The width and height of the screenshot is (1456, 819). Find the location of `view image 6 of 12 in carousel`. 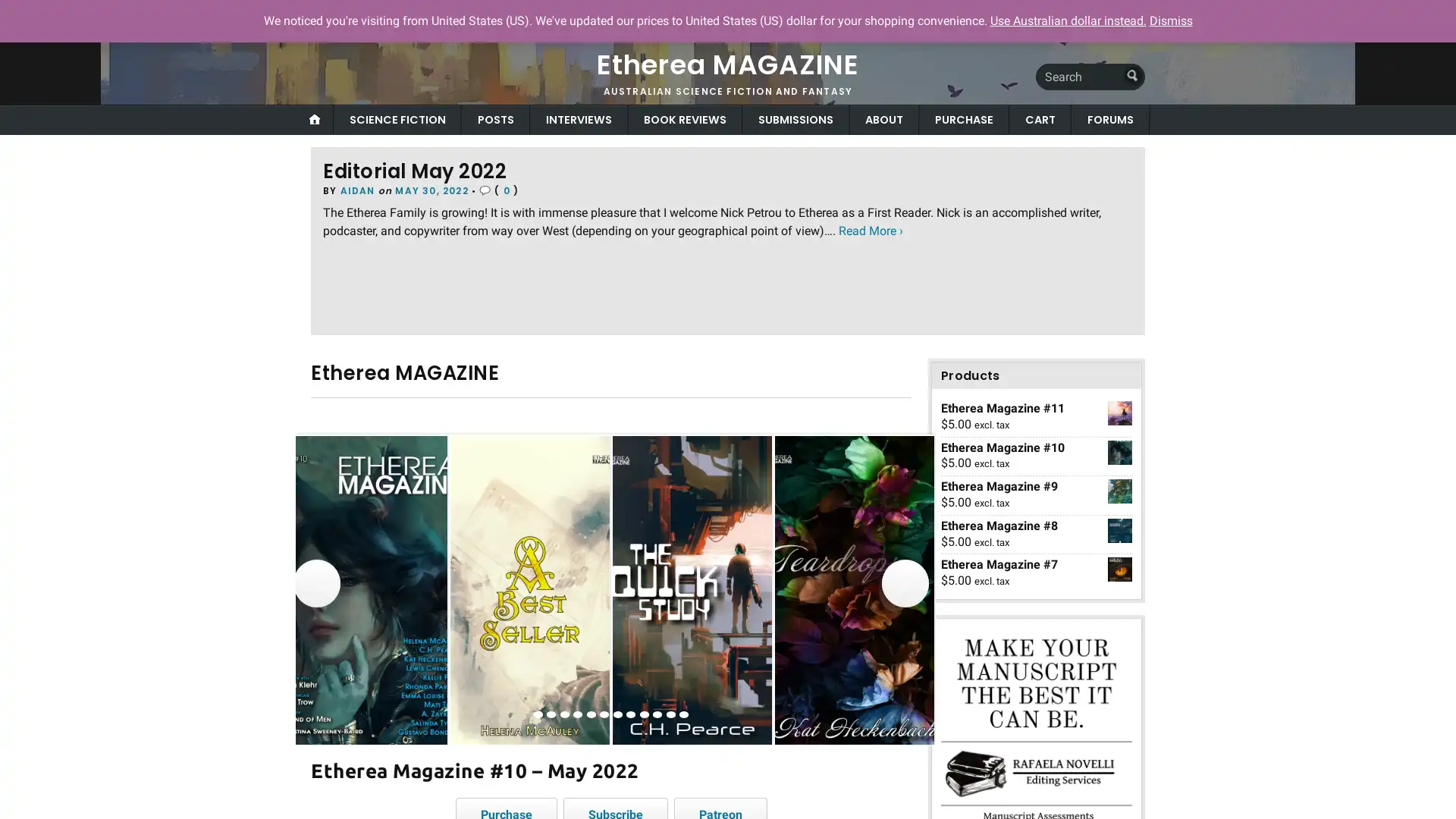

view image 6 of 12 in carousel is located at coordinates (603, 714).